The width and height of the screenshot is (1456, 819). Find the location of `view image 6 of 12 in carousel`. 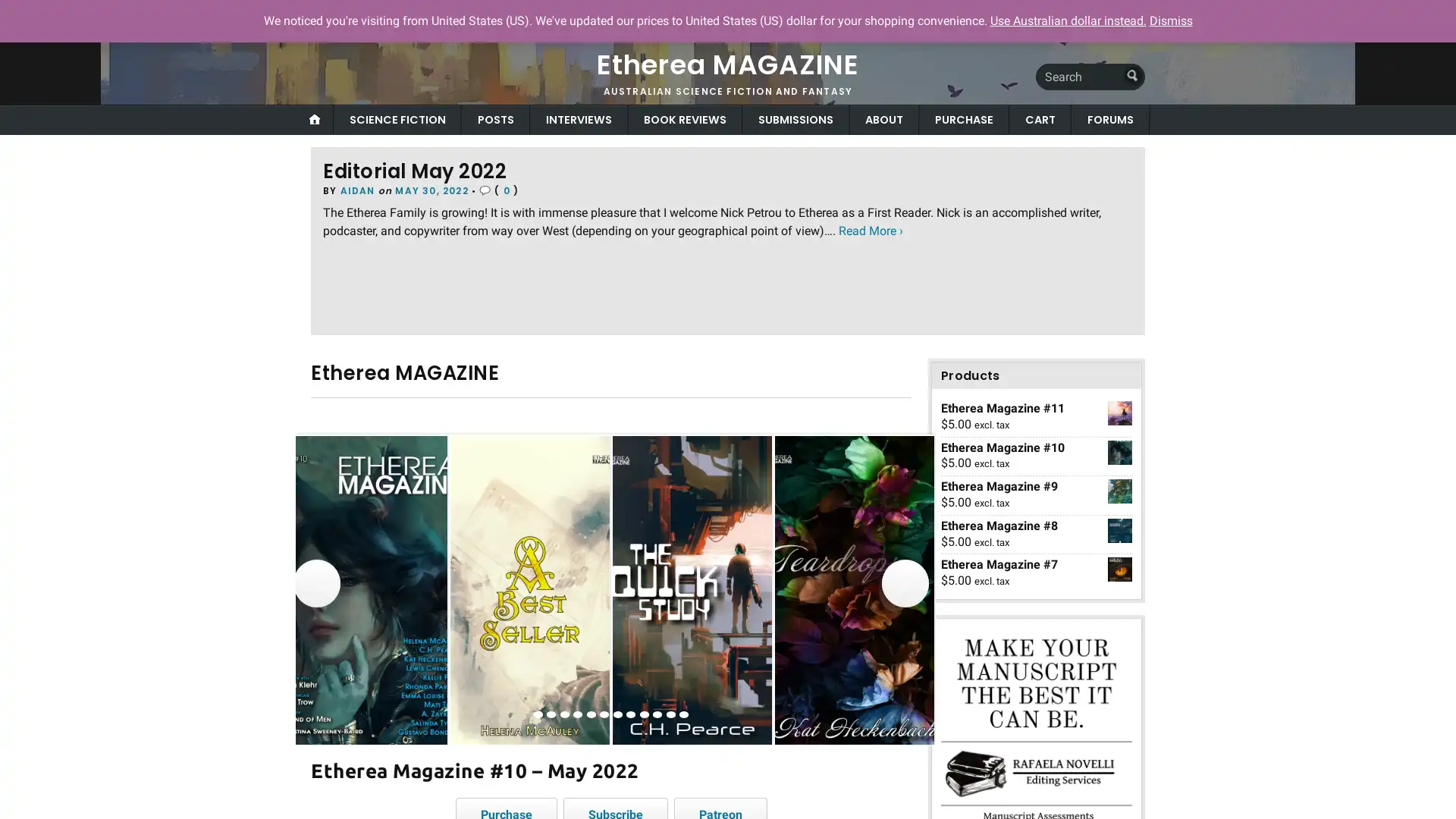

view image 6 of 12 in carousel is located at coordinates (603, 714).